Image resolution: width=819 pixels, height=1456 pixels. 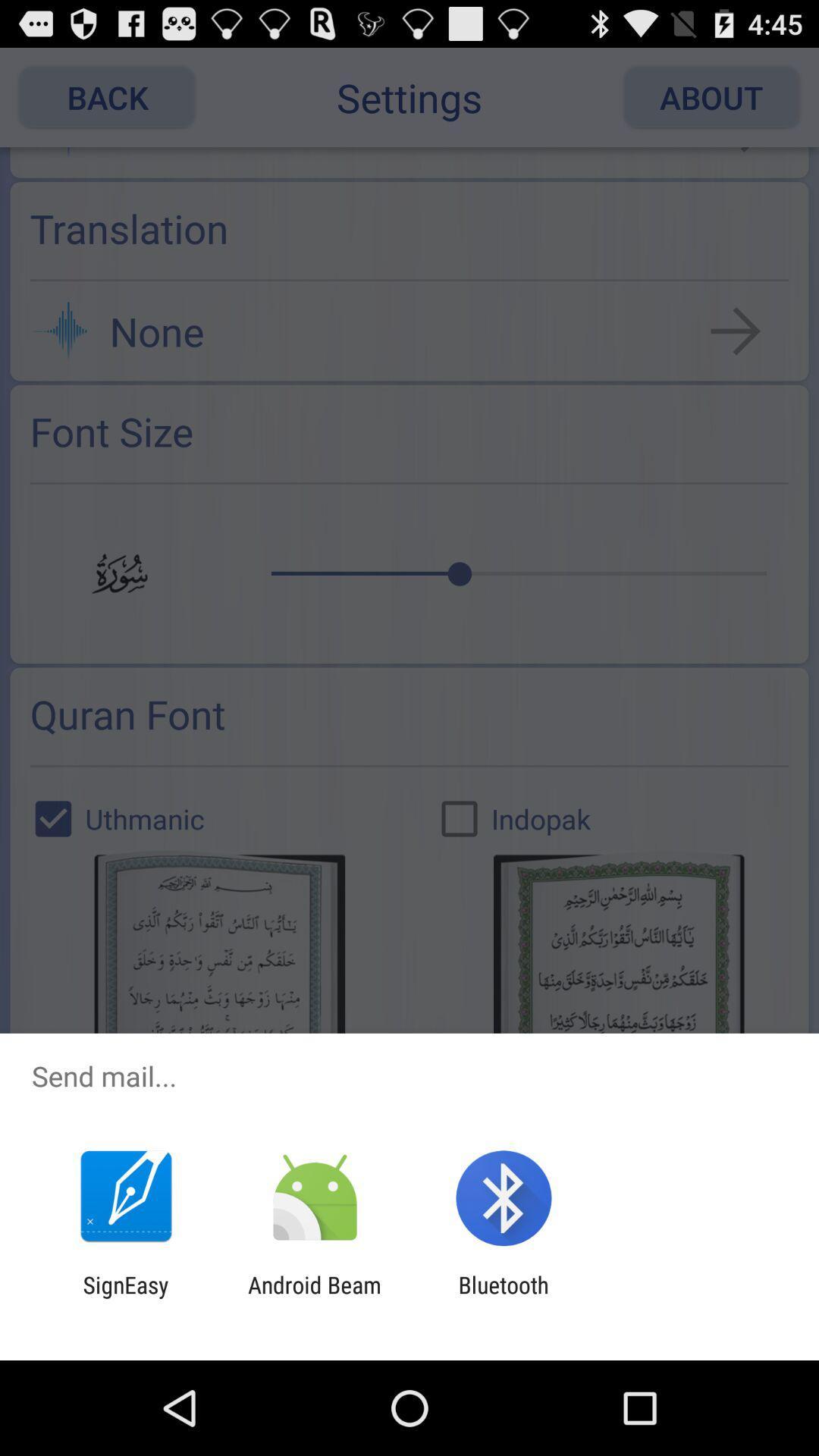 What do you see at coordinates (125, 1298) in the screenshot?
I see `icon to the left of android beam` at bounding box center [125, 1298].